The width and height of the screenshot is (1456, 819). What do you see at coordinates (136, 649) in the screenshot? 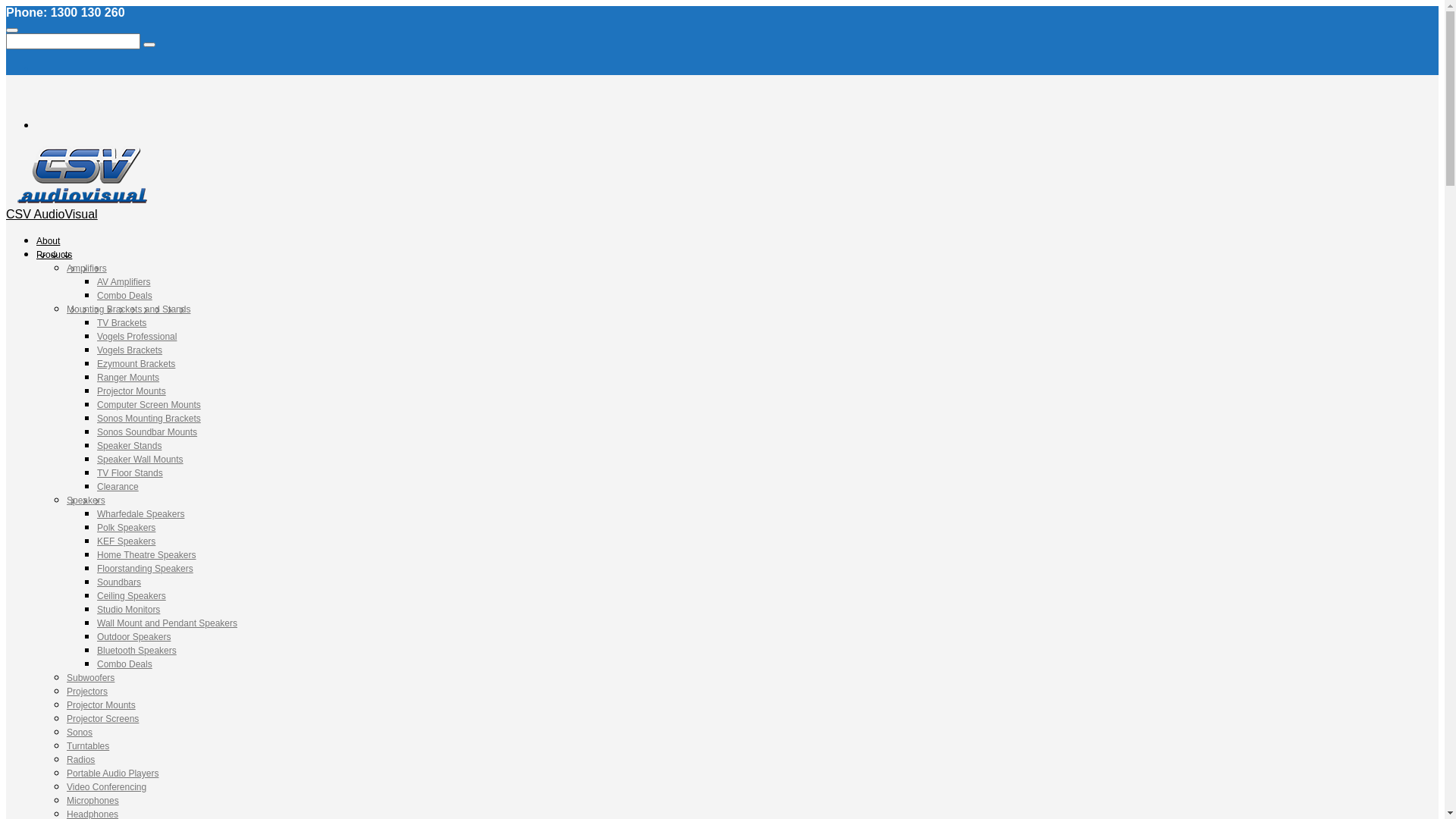
I see `'Bluetooth Speakers'` at bounding box center [136, 649].